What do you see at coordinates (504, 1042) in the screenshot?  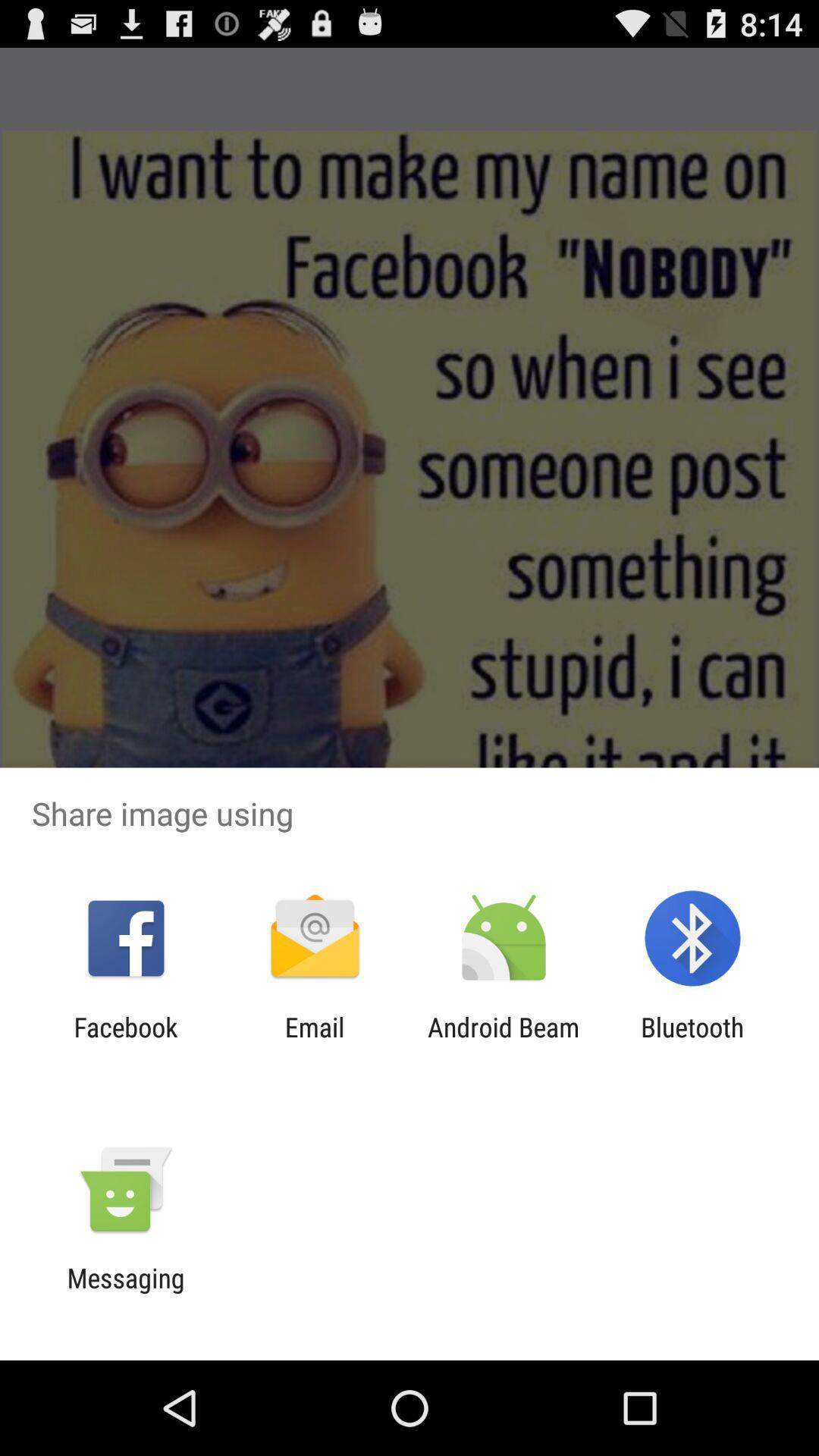 I see `icon next to the email item` at bounding box center [504, 1042].